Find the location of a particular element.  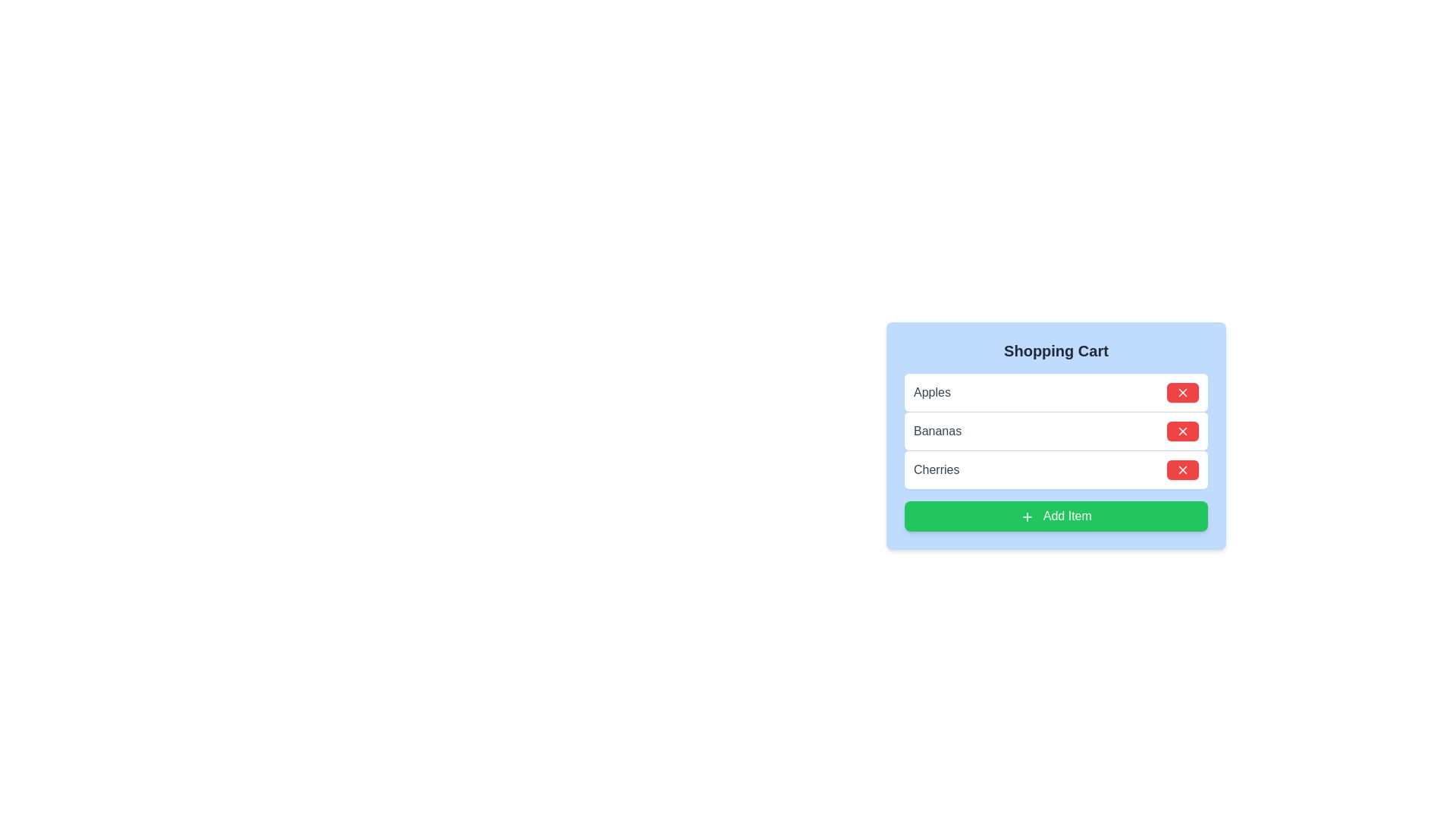

the 'Add Item' button icon is located at coordinates (1028, 516).